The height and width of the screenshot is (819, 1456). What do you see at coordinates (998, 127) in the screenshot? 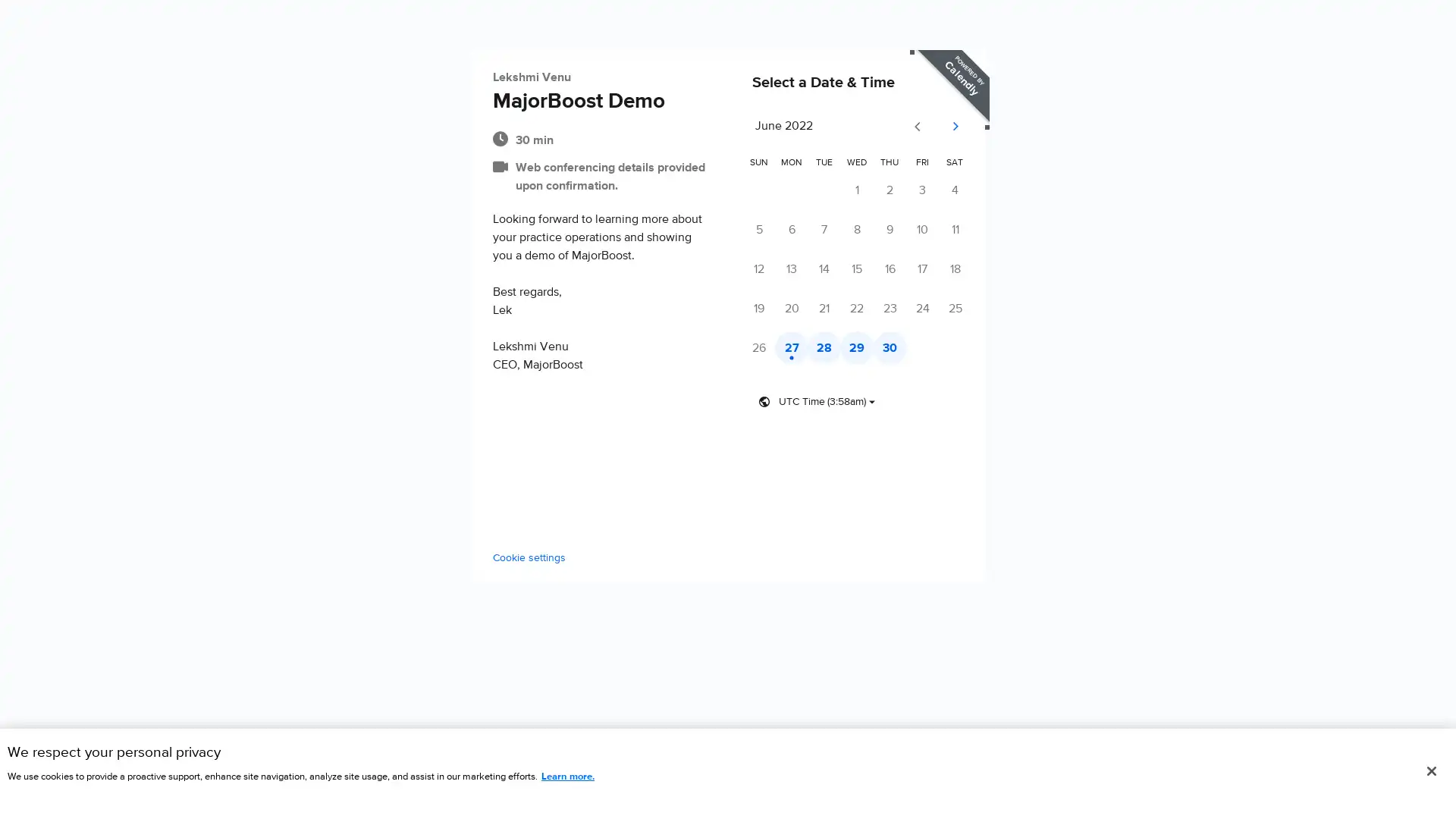
I see `Go to next month` at bounding box center [998, 127].